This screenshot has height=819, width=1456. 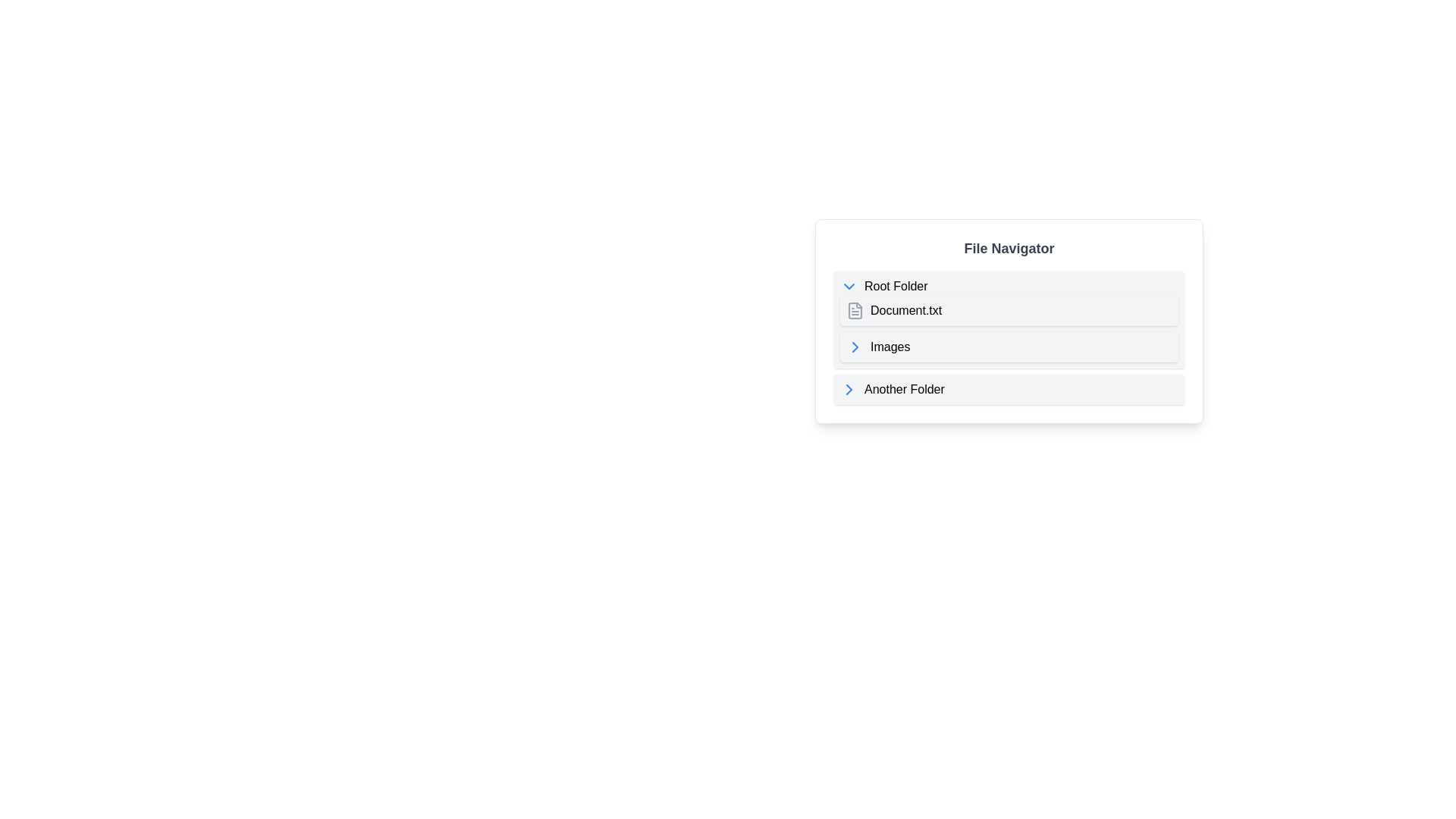 What do you see at coordinates (1009, 347) in the screenshot?
I see `the 'Images' folder entry` at bounding box center [1009, 347].